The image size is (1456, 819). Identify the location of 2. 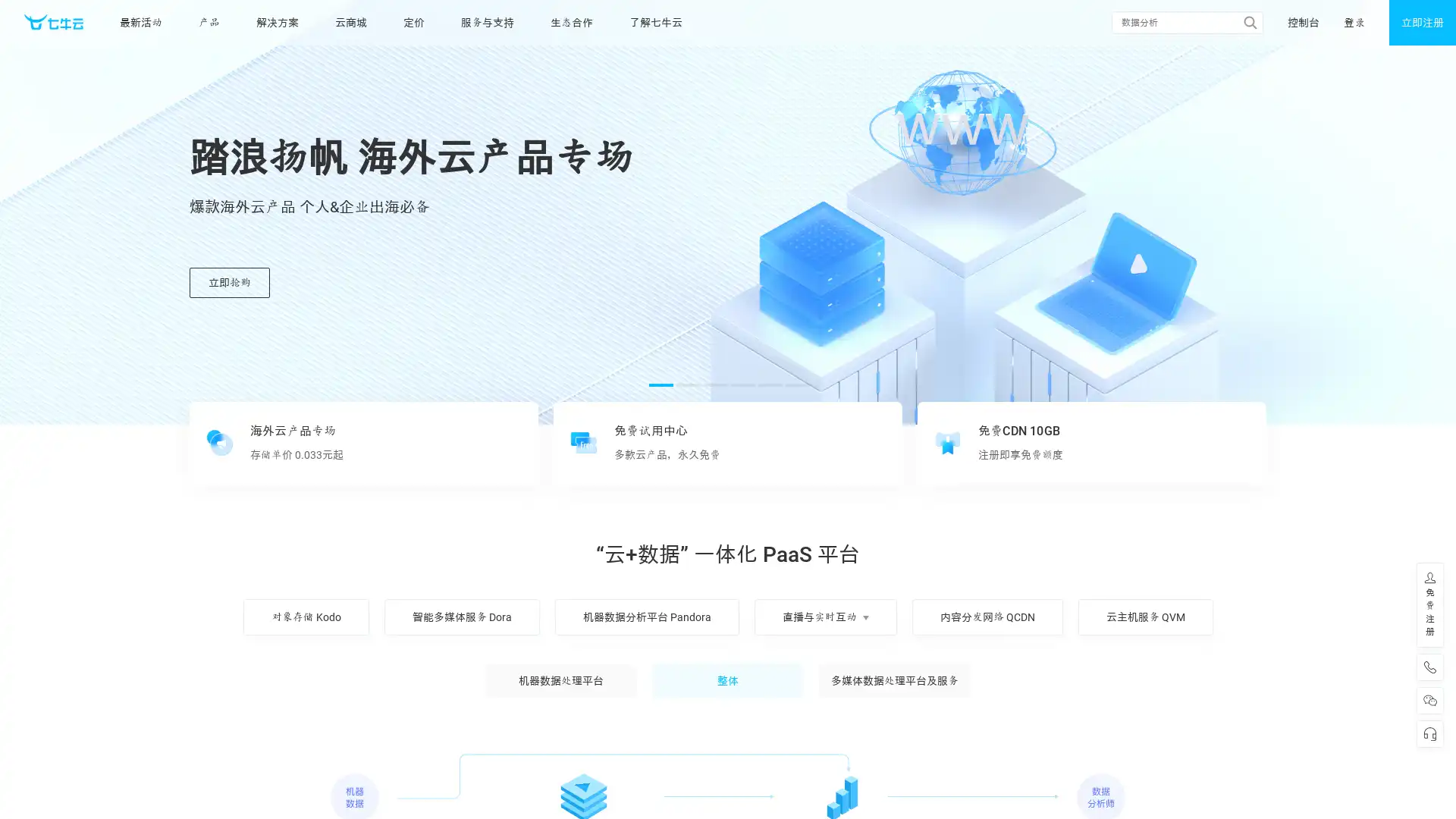
(687, 384).